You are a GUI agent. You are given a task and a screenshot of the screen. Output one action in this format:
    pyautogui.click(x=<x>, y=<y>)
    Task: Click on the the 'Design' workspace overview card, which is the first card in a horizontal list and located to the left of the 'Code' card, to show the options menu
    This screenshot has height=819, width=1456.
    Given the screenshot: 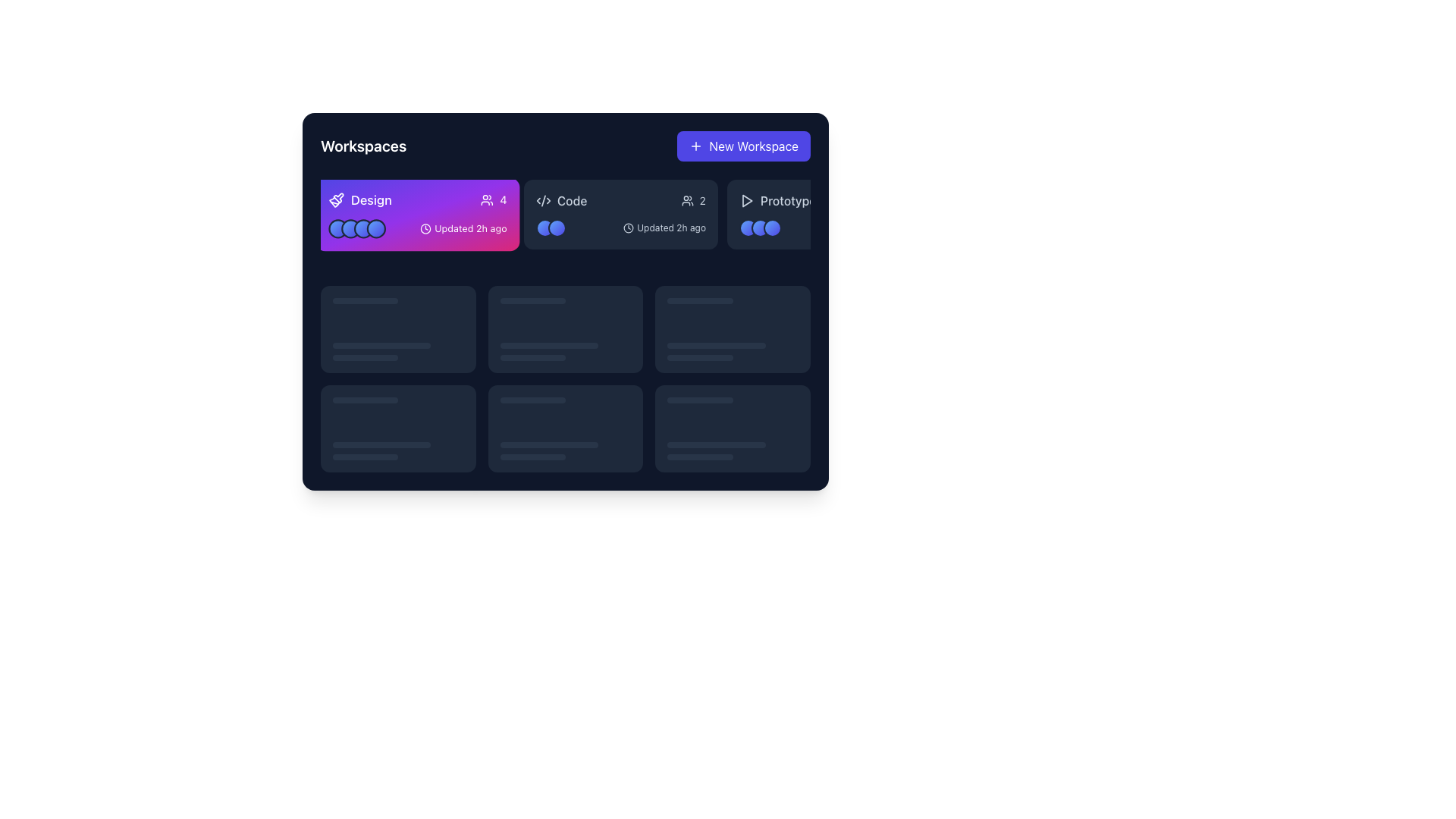 What is the action you would take?
    pyautogui.click(x=418, y=214)
    